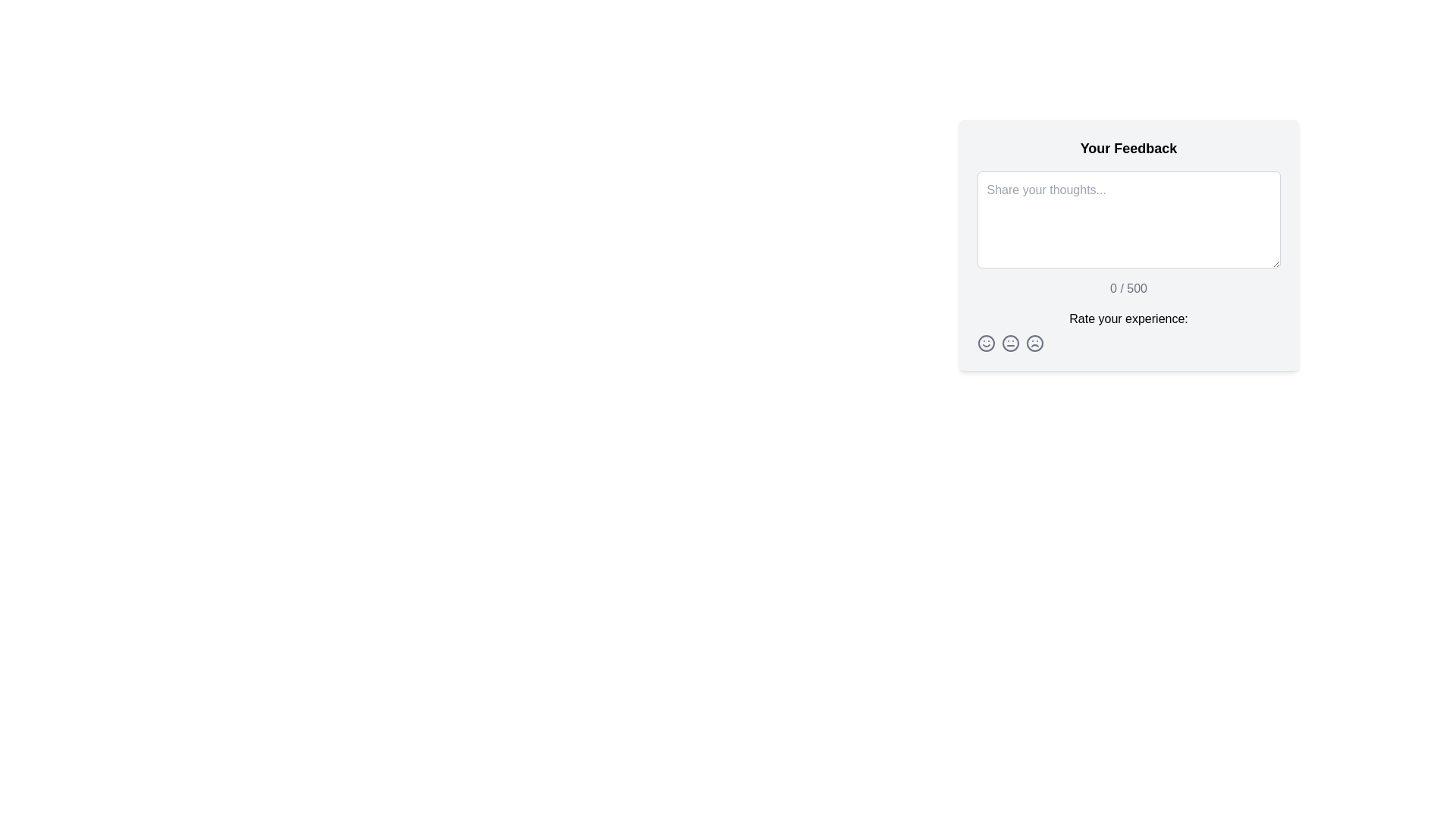 Image resolution: width=1456 pixels, height=819 pixels. What do you see at coordinates (986, 343) in the screenshot?
I see `properties of the Circular SVG shape that is part of a smiley icon located at the bottom-left of the feedback area` at bounding box center [986, 343].